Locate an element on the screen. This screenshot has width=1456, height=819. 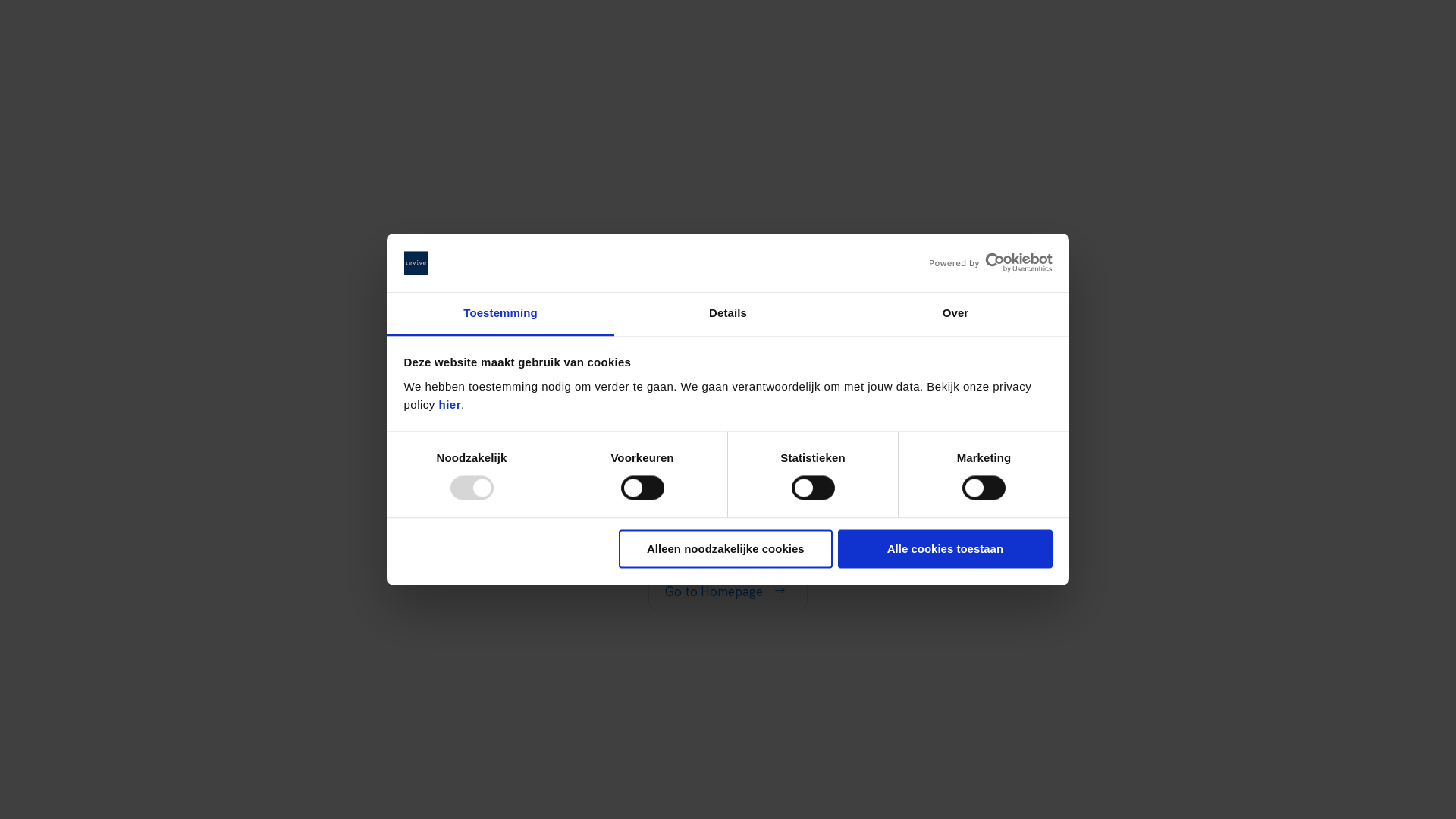
'Go to Homepage' is located at coordinates (648, 590).